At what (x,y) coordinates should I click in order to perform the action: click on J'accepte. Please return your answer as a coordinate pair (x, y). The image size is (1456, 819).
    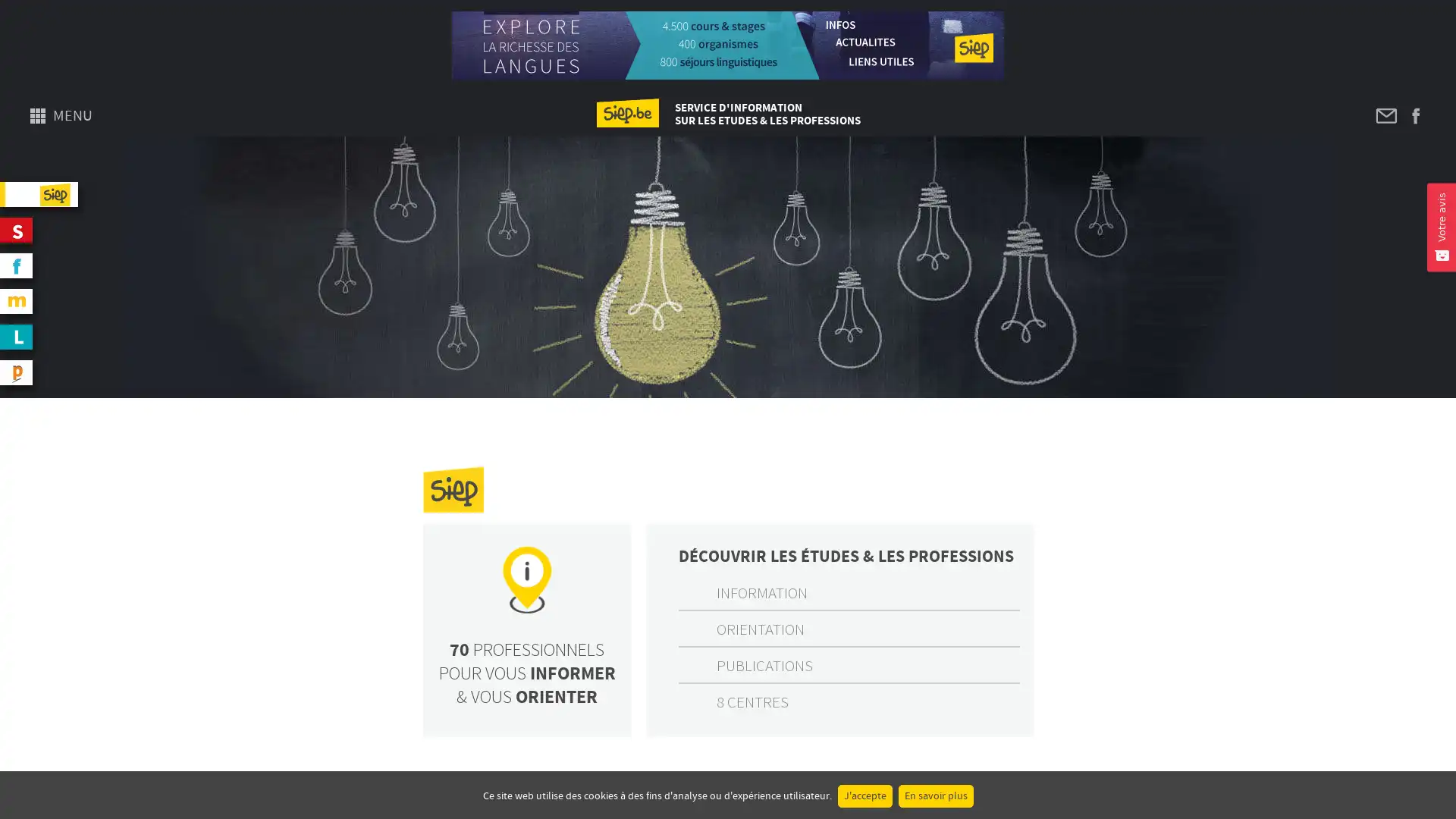
    Looking at the image, I should click on (864, 795).